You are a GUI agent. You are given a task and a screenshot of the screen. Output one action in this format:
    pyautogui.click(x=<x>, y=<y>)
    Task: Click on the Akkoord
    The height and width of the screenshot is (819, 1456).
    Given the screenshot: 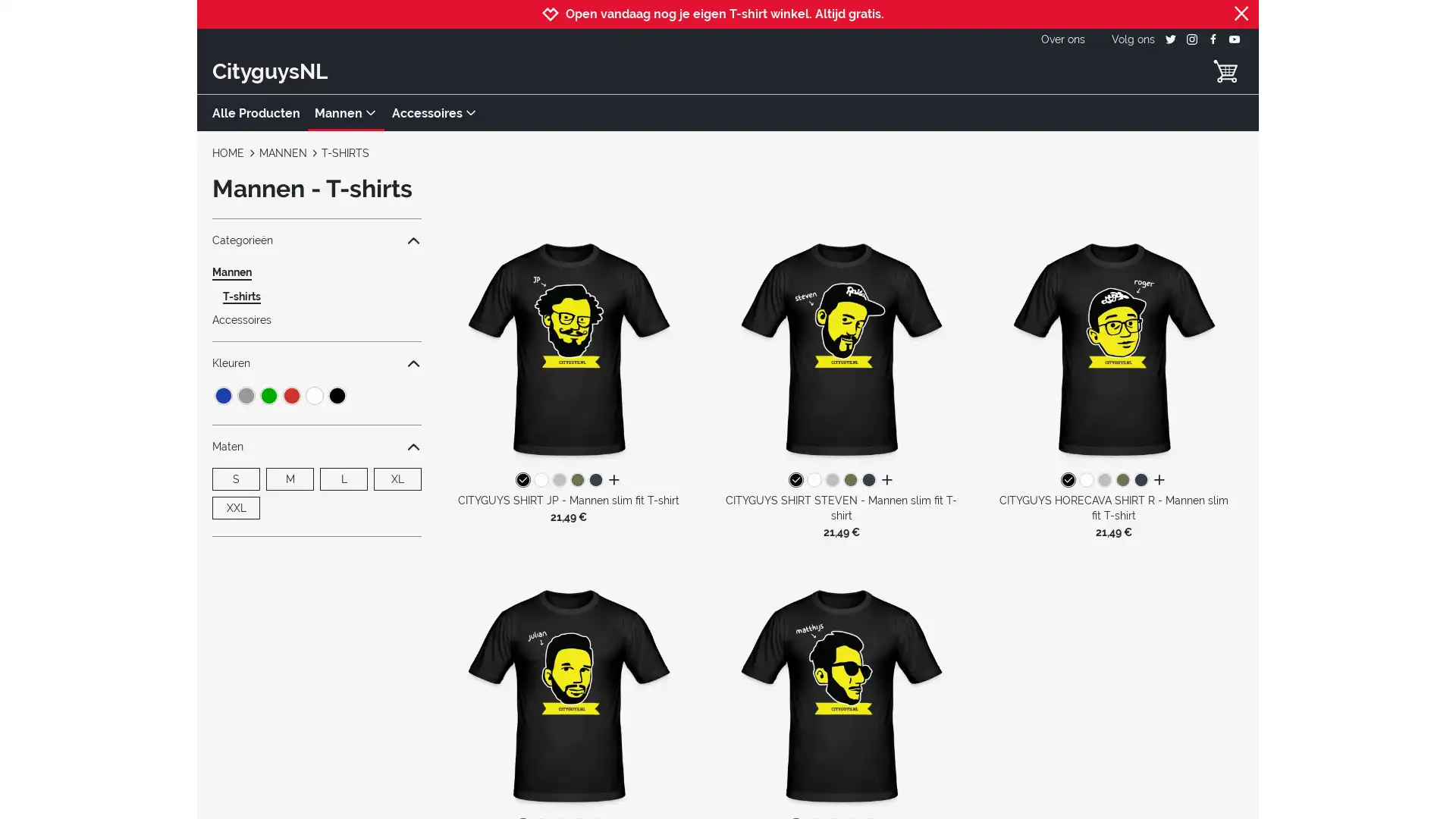 What is the action you would take?
    pyautogui.click(x=1084, y=730)
    